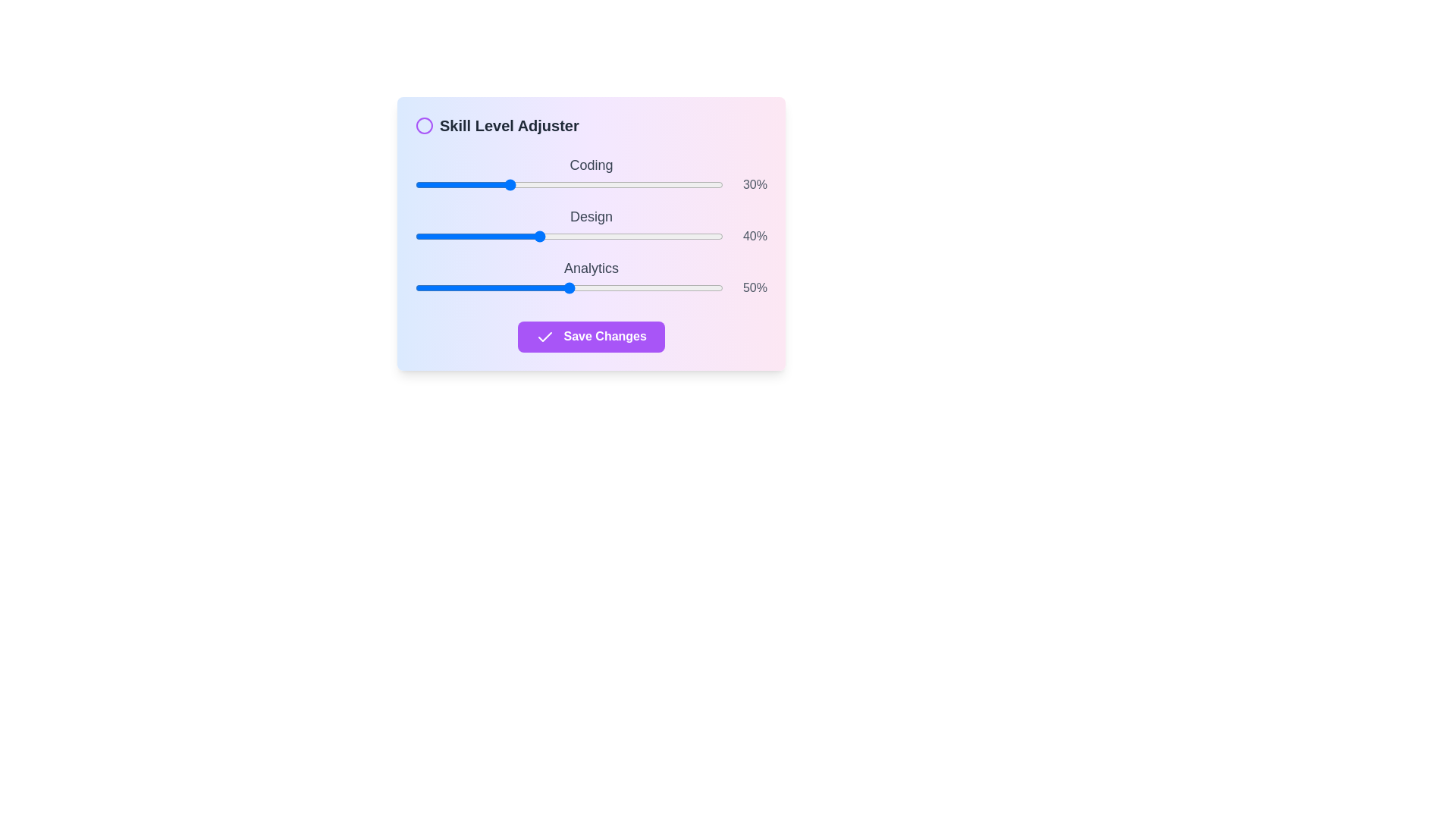 Image resolution: width=1456 pixels, height=819 pixels. I want to click on the skill labels to examine their text, so click(590, 165).